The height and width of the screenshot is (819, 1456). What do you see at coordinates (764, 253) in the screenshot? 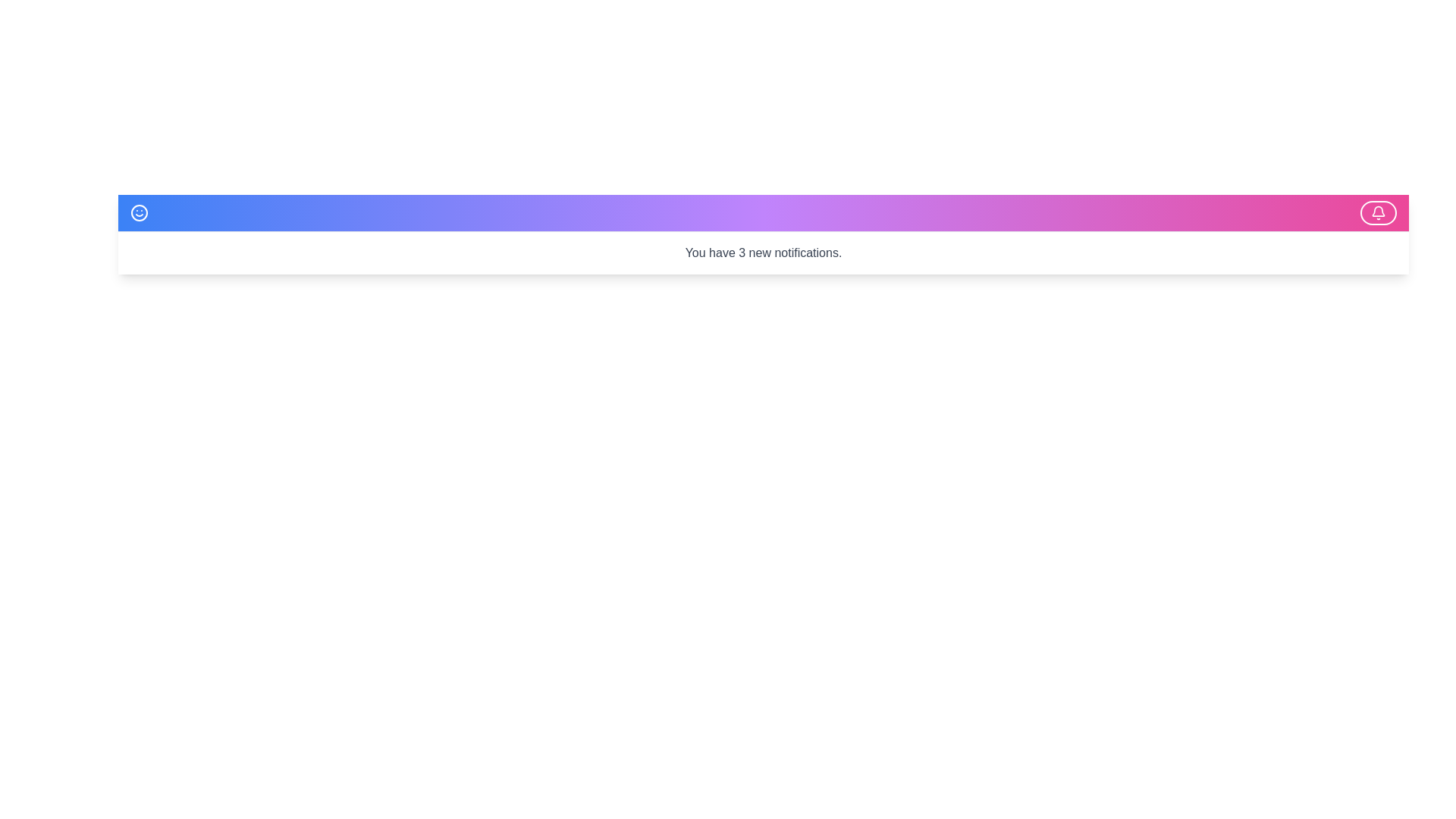
I see `the Text Display element that shows the message 'You have 3 new notifications', which is centered horizontally and slightly below the gradient header bar` at bounding box center [764, 253].